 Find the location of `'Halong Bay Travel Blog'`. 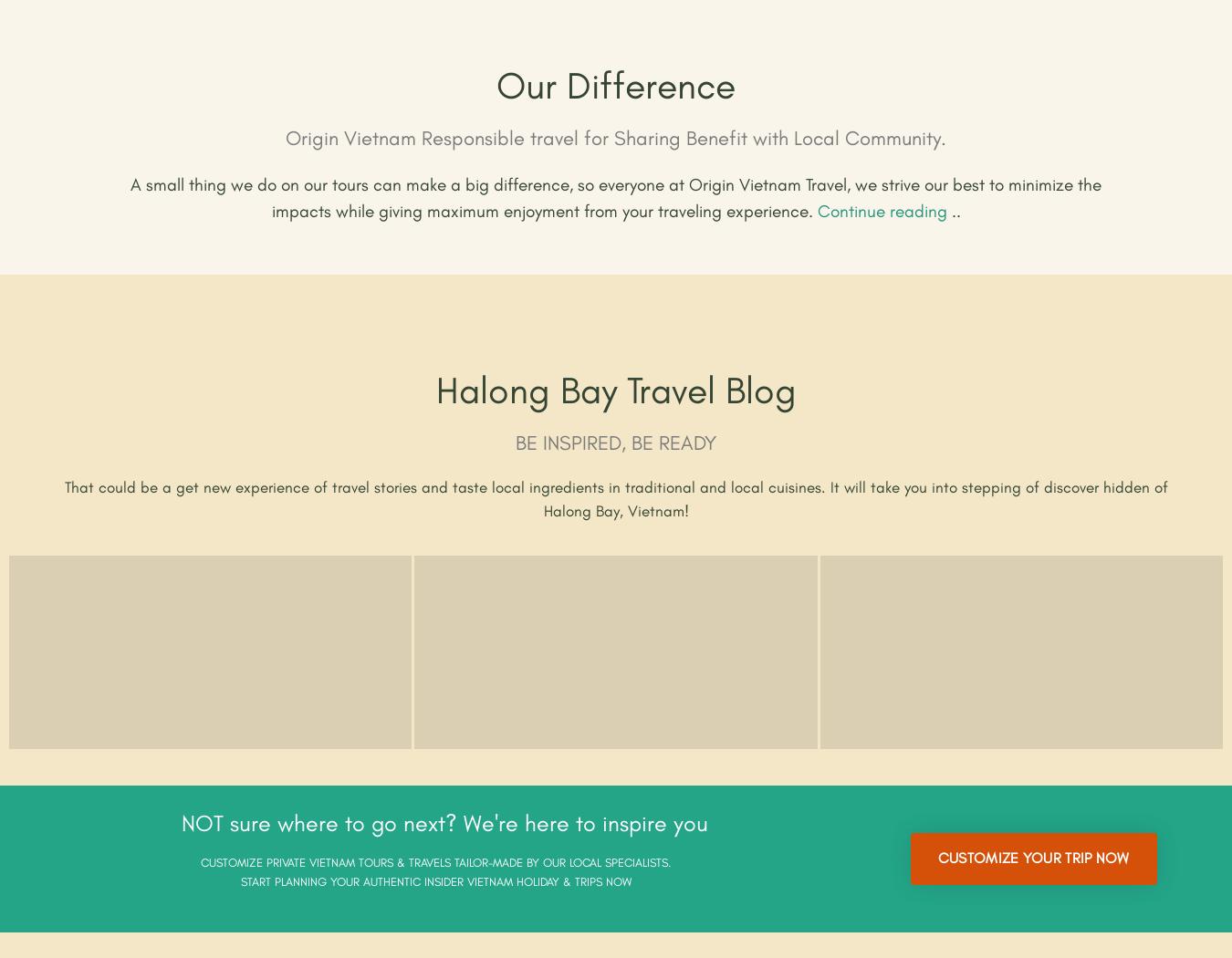

'Halong Bay Travel Blog' is located at coordinates (615, 390).